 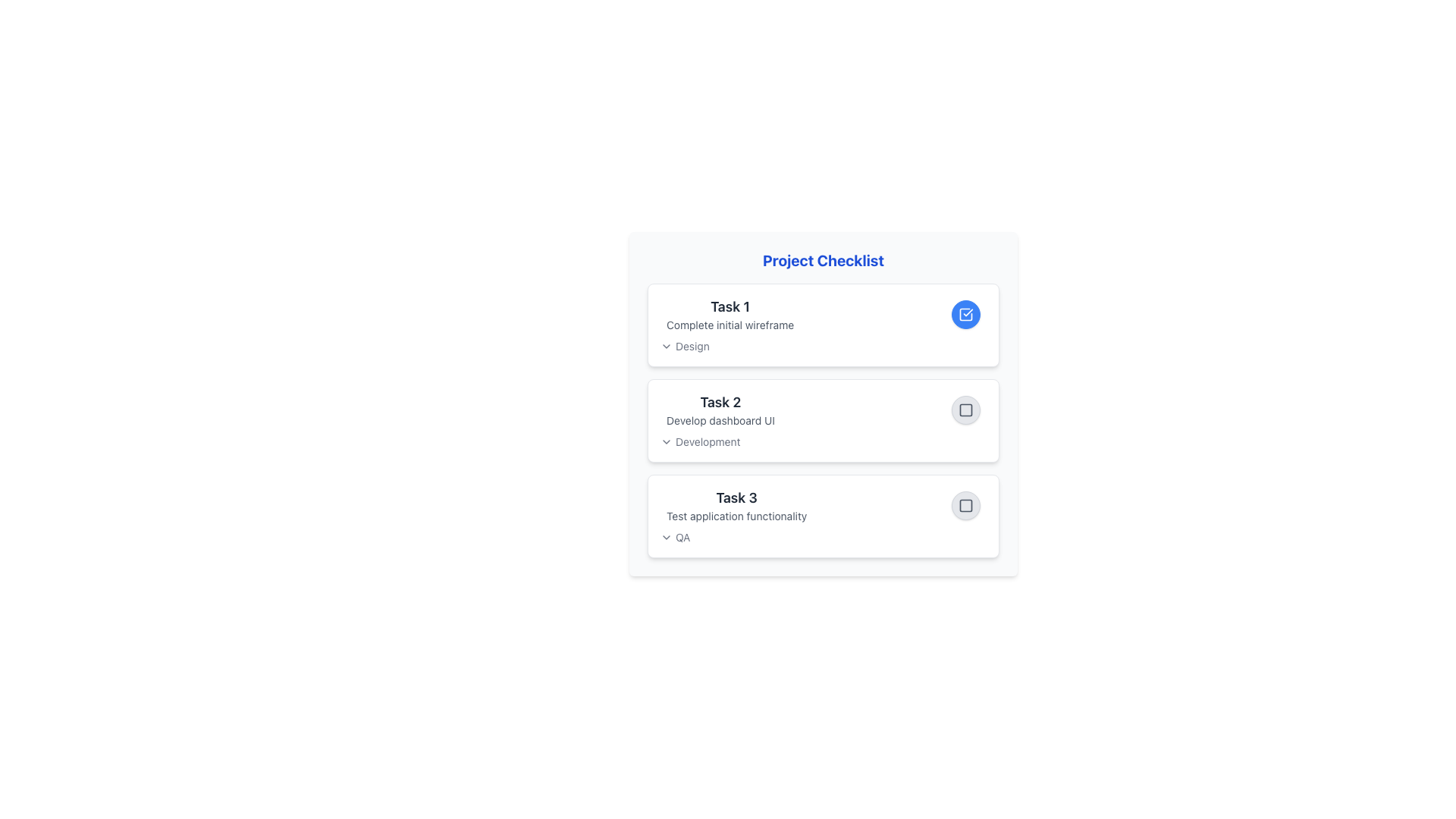 I want to click on the static text label located beneath the 'Task 2' header, which describes the sub-task under the 'Task 2: Develop dashboard UI.', so click(x=707, y=441).